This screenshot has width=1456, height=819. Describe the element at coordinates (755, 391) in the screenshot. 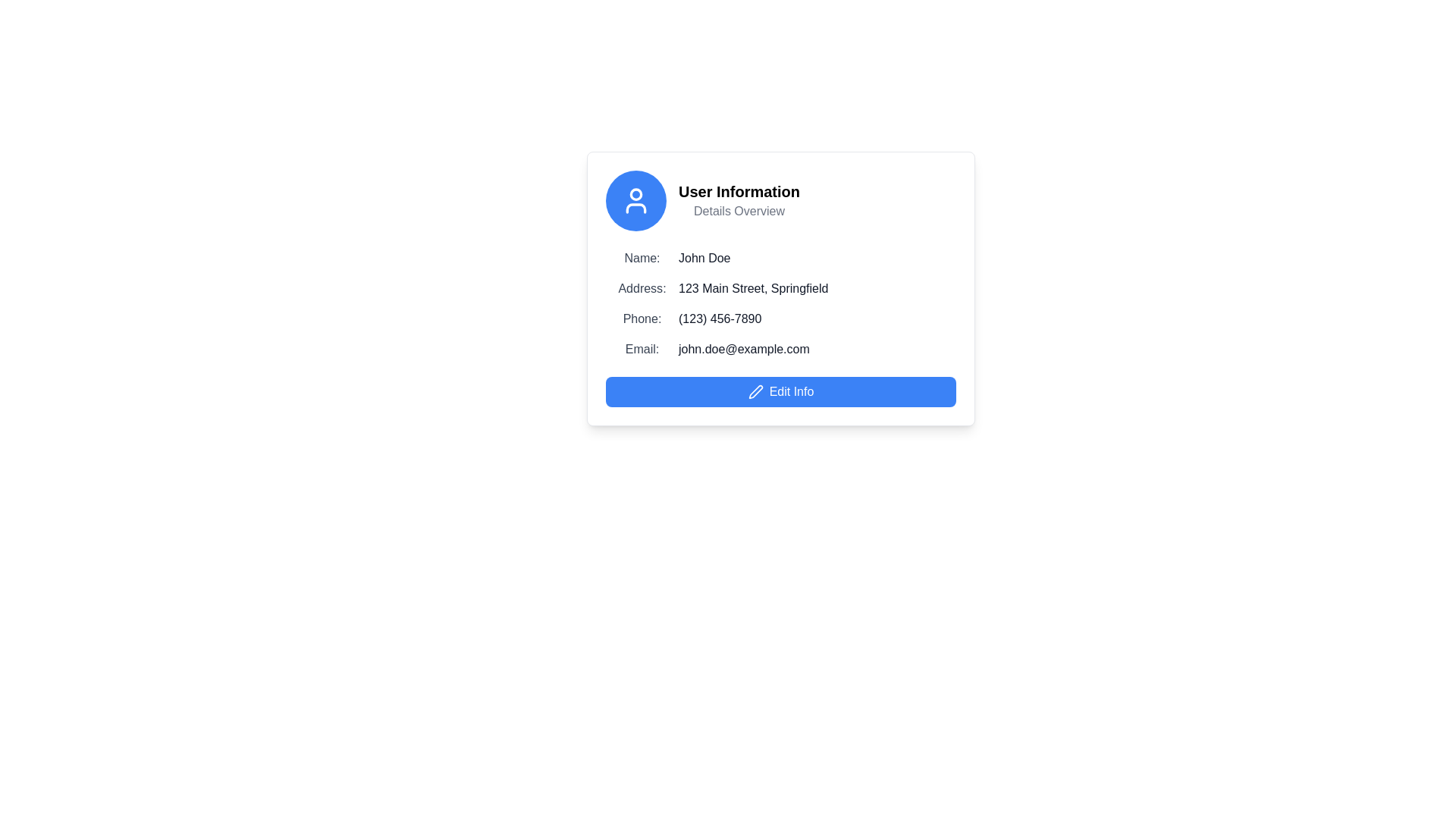

I see `the edit icon located centrally within the 'Edit Info' button, which has a blue background and indicates the editing functionality` at that location.